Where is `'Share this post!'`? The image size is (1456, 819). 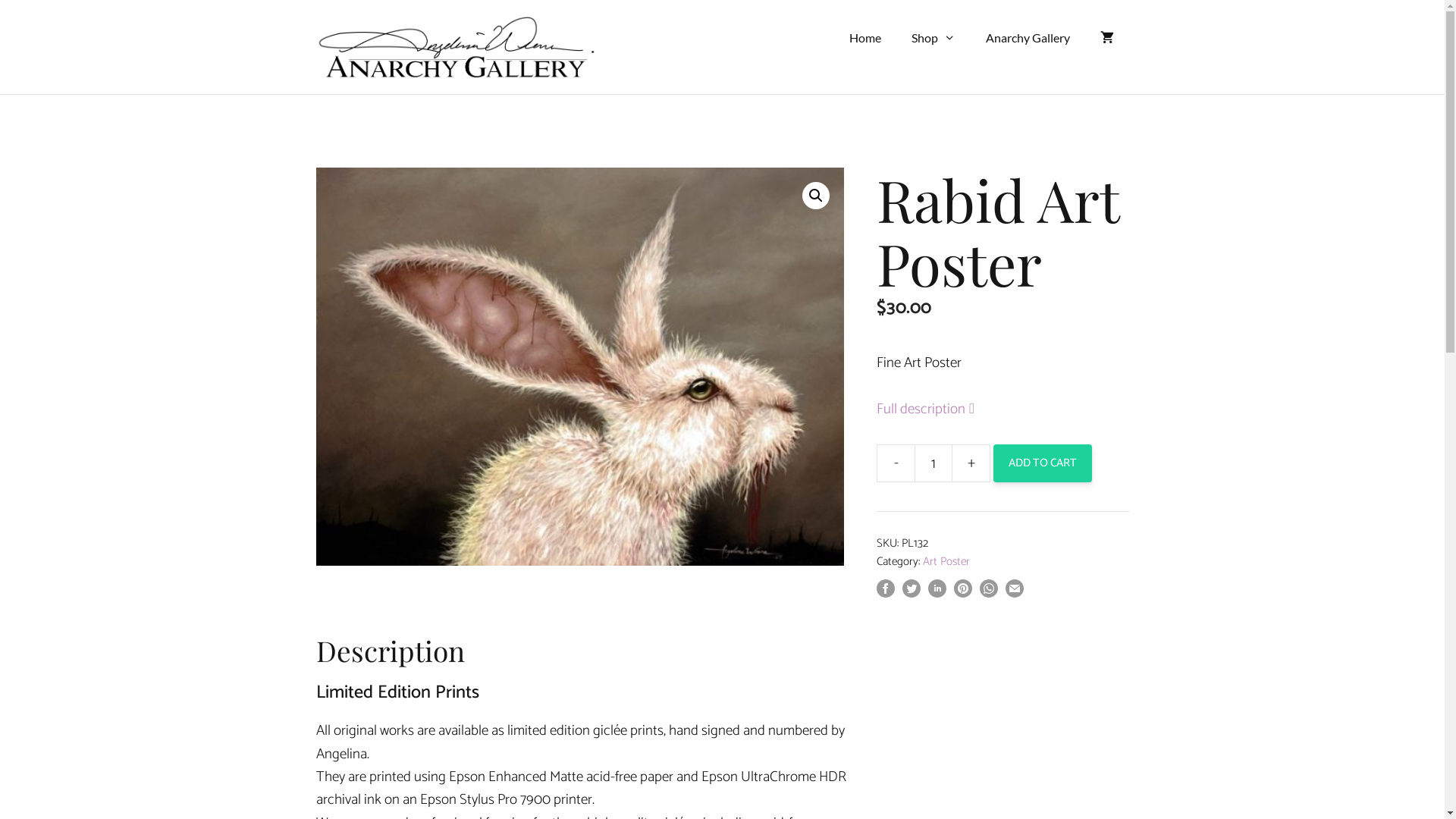
'Share this post!' is located at coordinates (885, 592).